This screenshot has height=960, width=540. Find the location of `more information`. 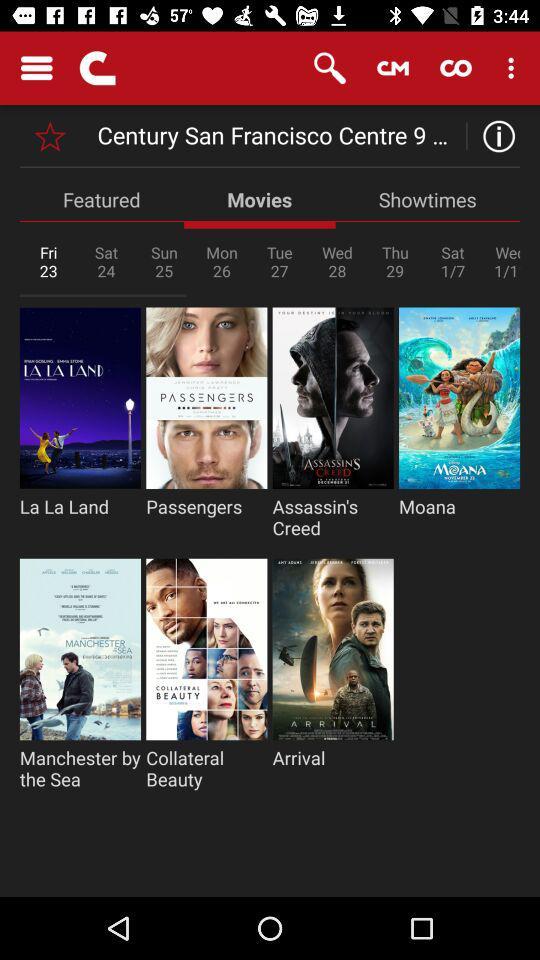

more information is located at coordinates (492, 135).